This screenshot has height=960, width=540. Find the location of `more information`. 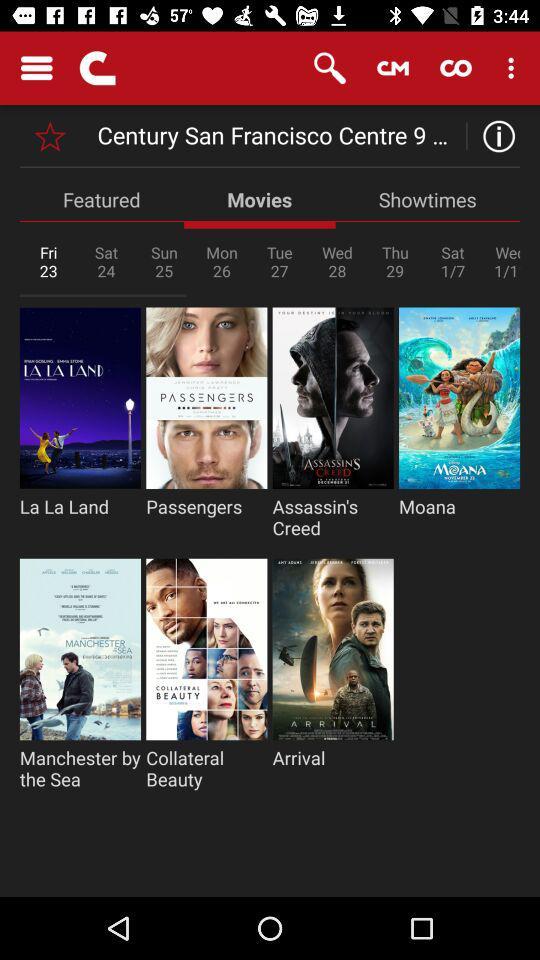

more information is located at coordinates (492, 135).